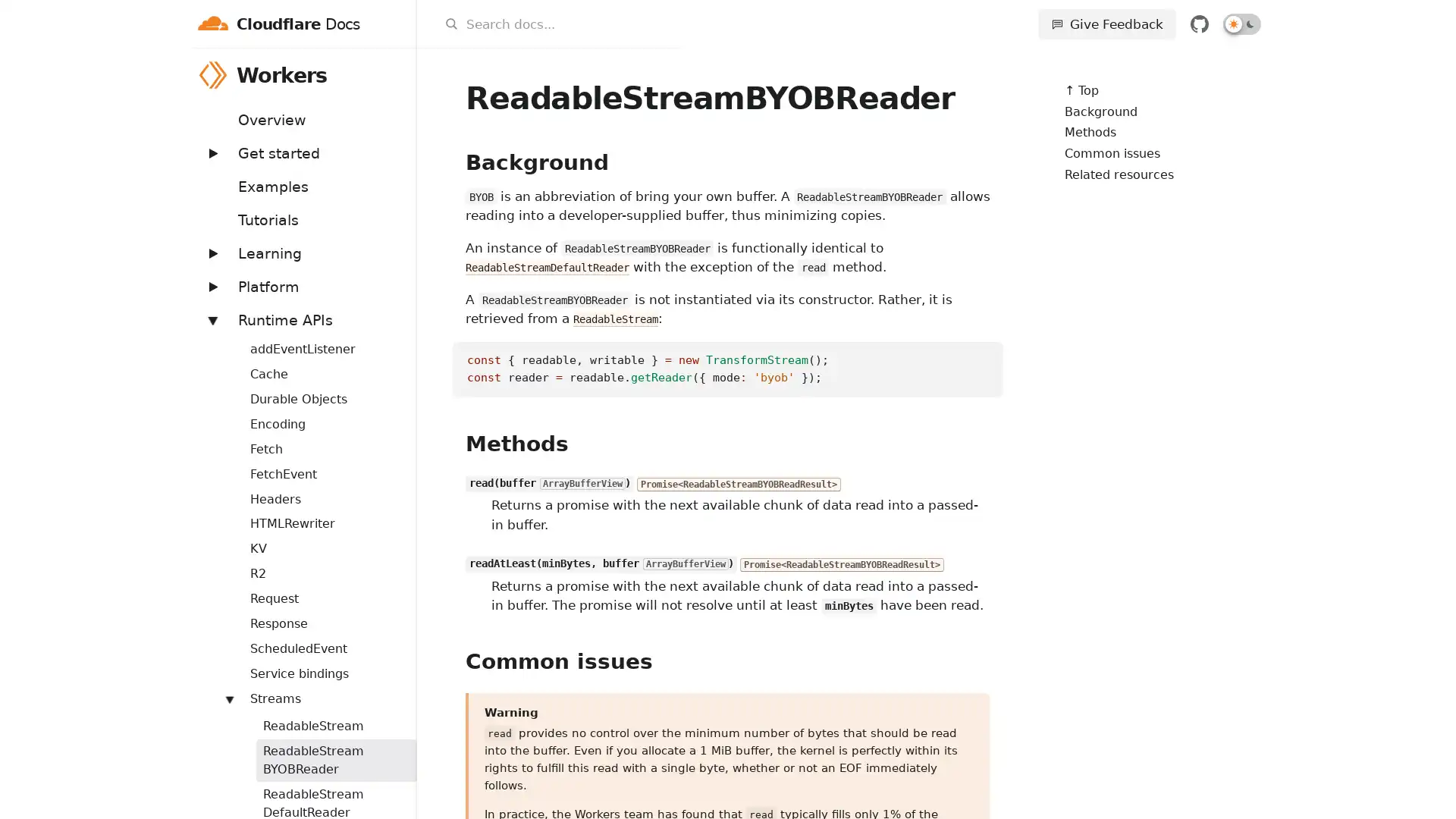  I want to click on Expand: Bindings, so click(221, 339).